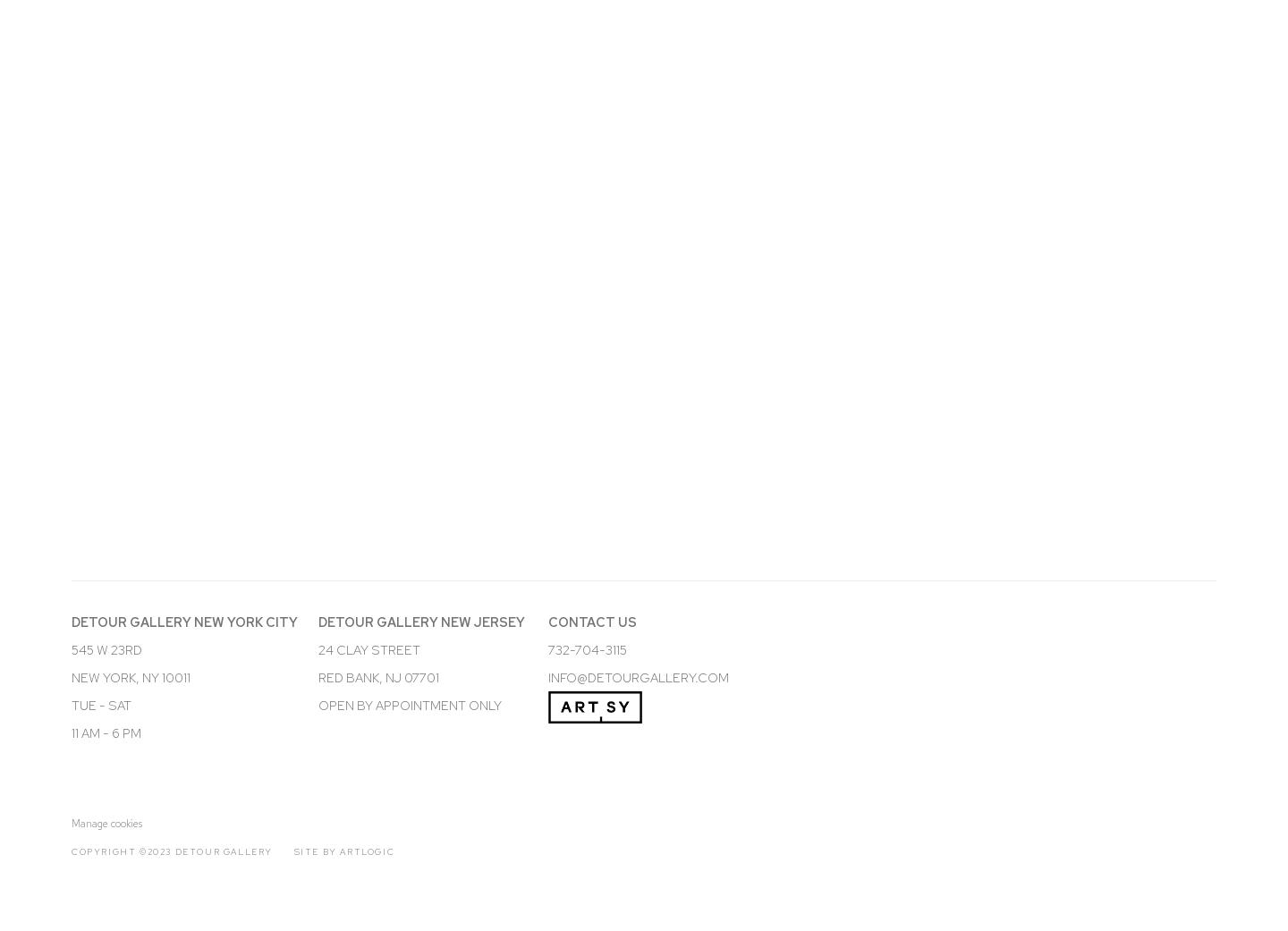 The width and height of the screenshot is (1288, 931). What do you see at coordinates (586, 647) in the screenshot?
I see `'732-704-3115'` at bounding box center [586, 647].